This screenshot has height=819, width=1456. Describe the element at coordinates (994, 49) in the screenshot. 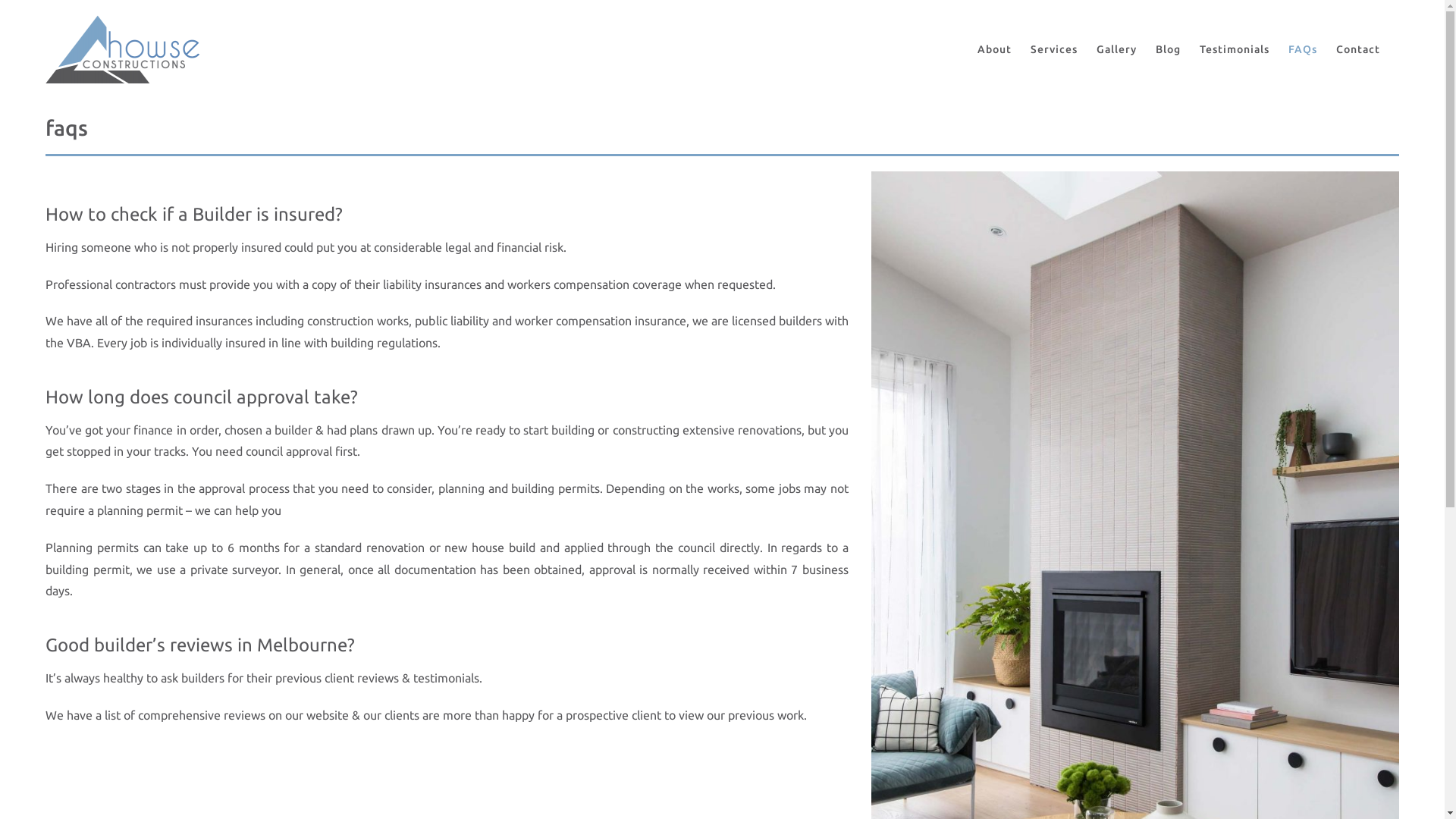

I see `'About'` at that location.